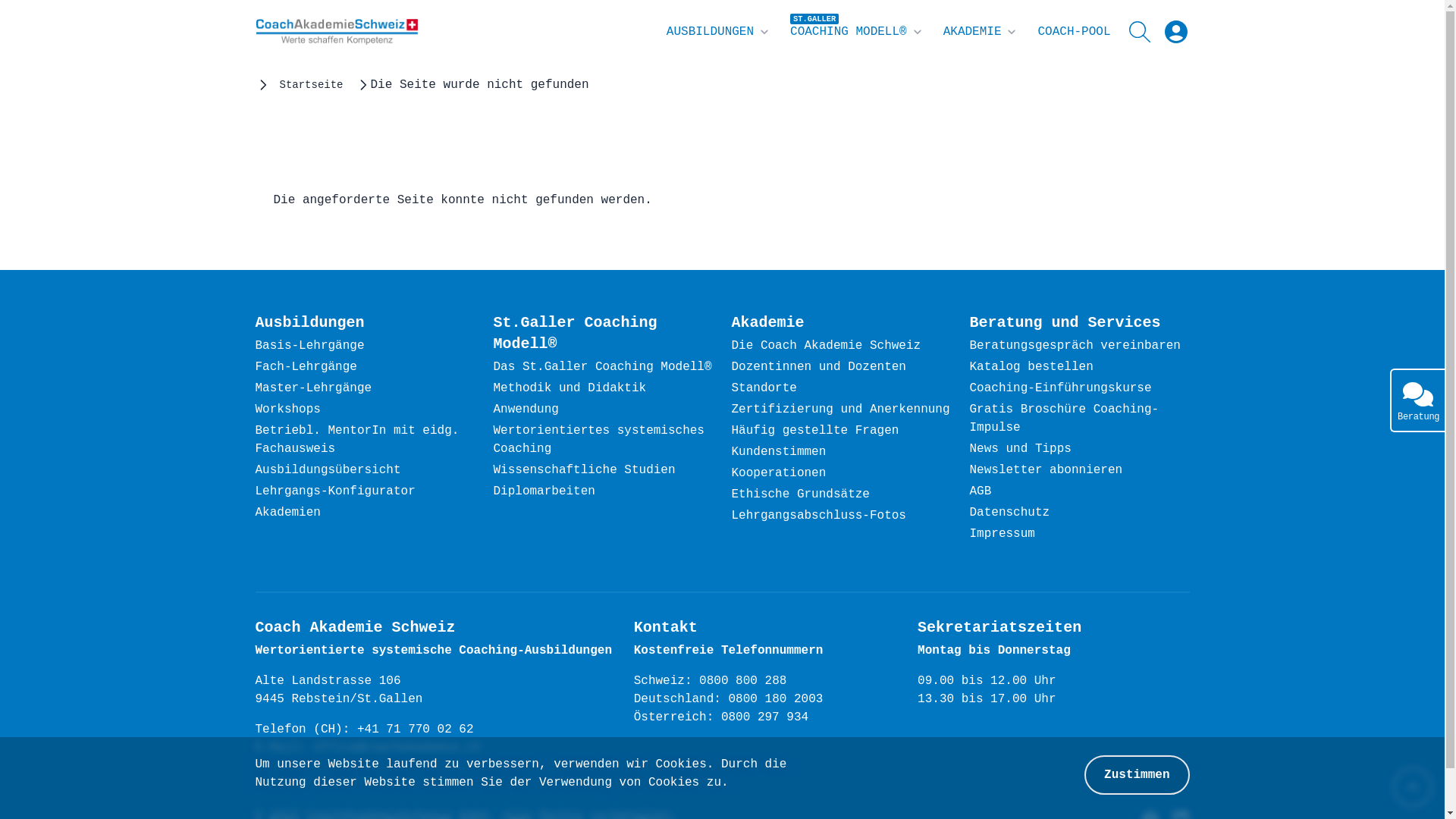 The width and height of the screenshot is (1456, 819). What do you see at coordinates (764, 388) in the screenshot?
I see `'Standorte'` at bounding box center [764, 388].